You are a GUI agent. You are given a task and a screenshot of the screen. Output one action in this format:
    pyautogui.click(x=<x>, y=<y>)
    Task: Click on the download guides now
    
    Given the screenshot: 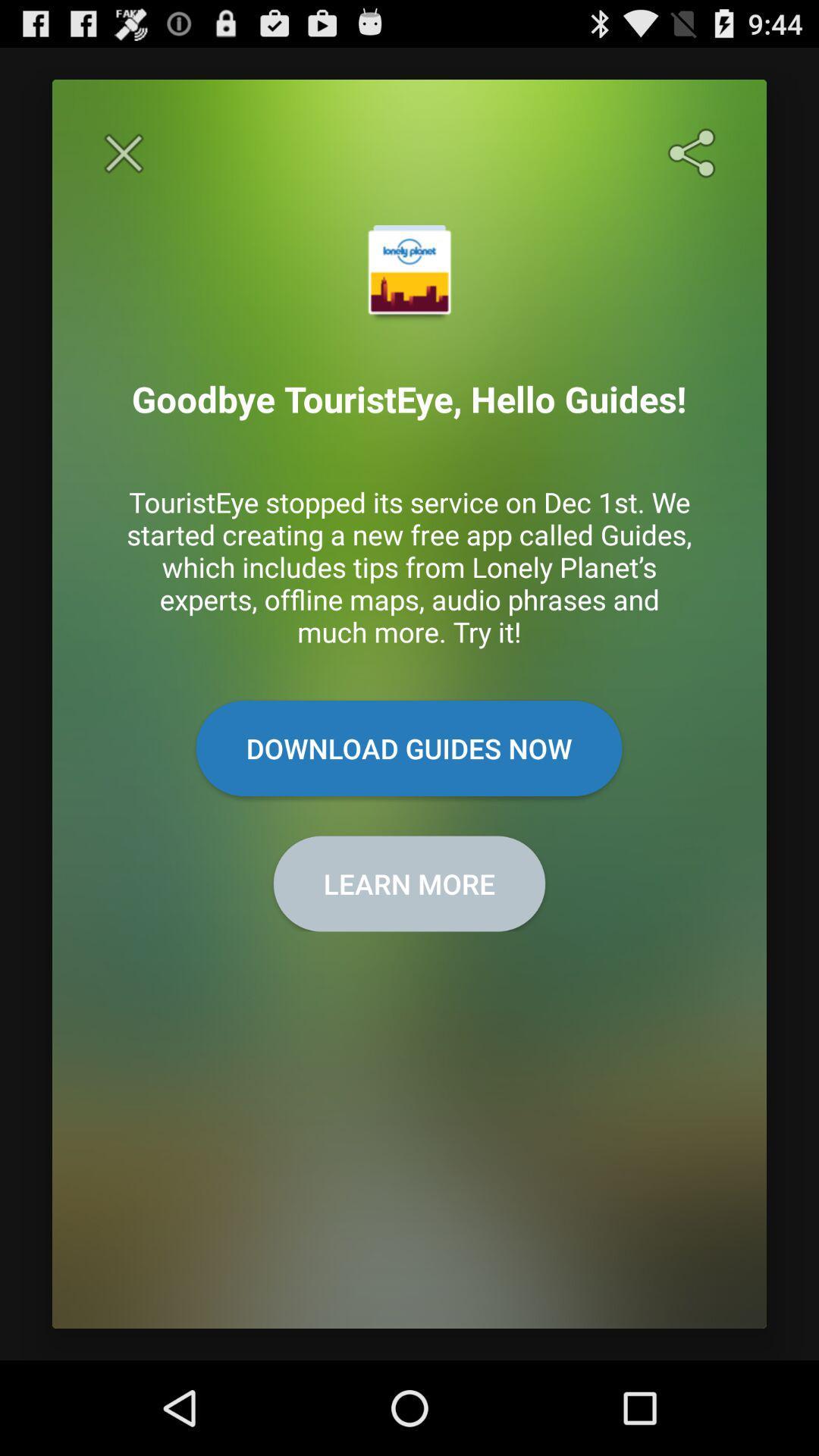 What is the action you would take?
    pyautogui.click(x=408, y=748)
    